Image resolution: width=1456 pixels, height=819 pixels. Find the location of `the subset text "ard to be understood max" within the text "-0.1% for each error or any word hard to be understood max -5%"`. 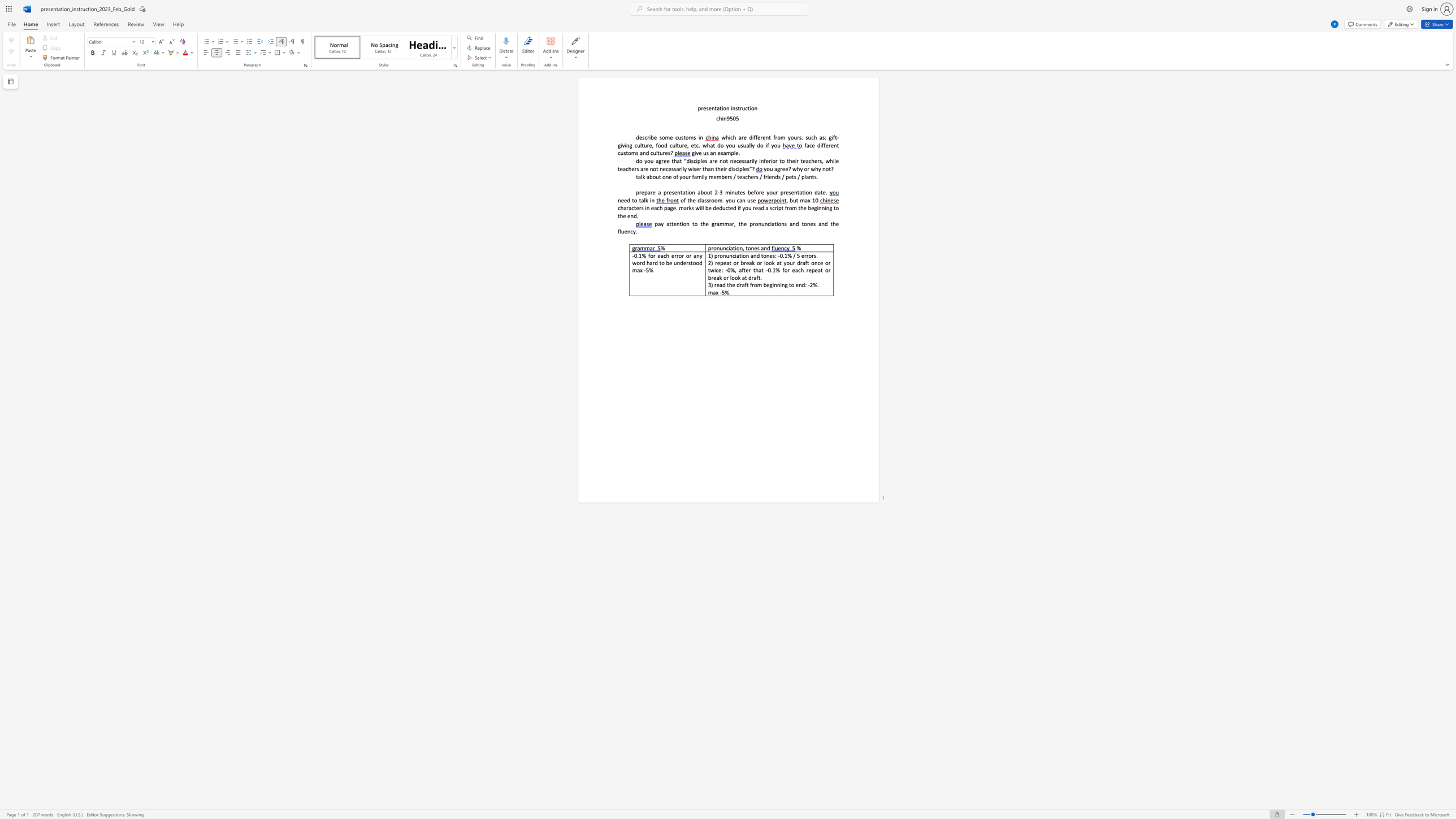

the subset text "ard to be understood max" within the text "-0.1% for each error or any word hard to be understood max -5%" is located at coordinates (649, 262).